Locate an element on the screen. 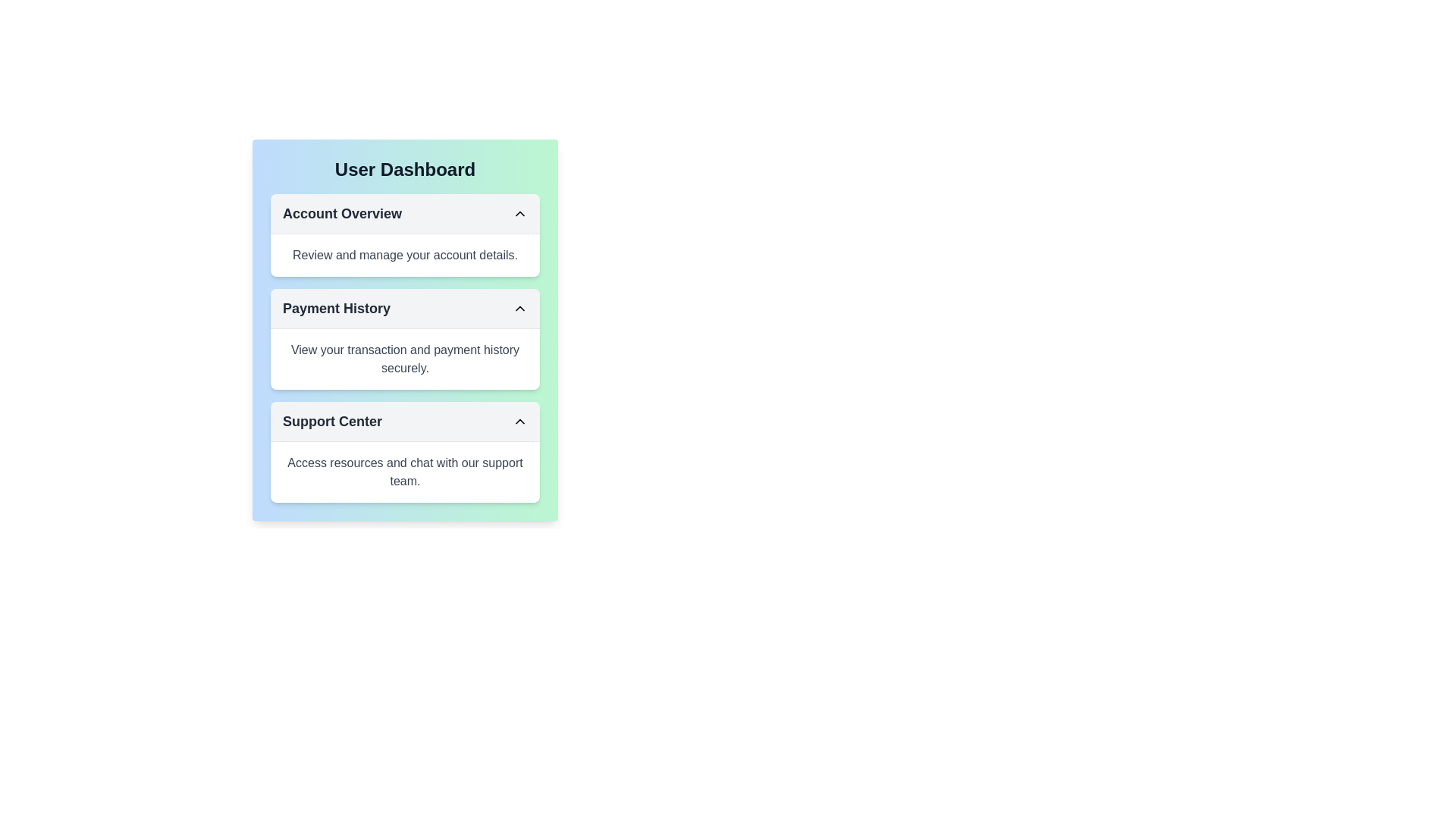 The image size is (1456, 819). the second informational card in the list to focus or select it is located at coordinates (405, 338).